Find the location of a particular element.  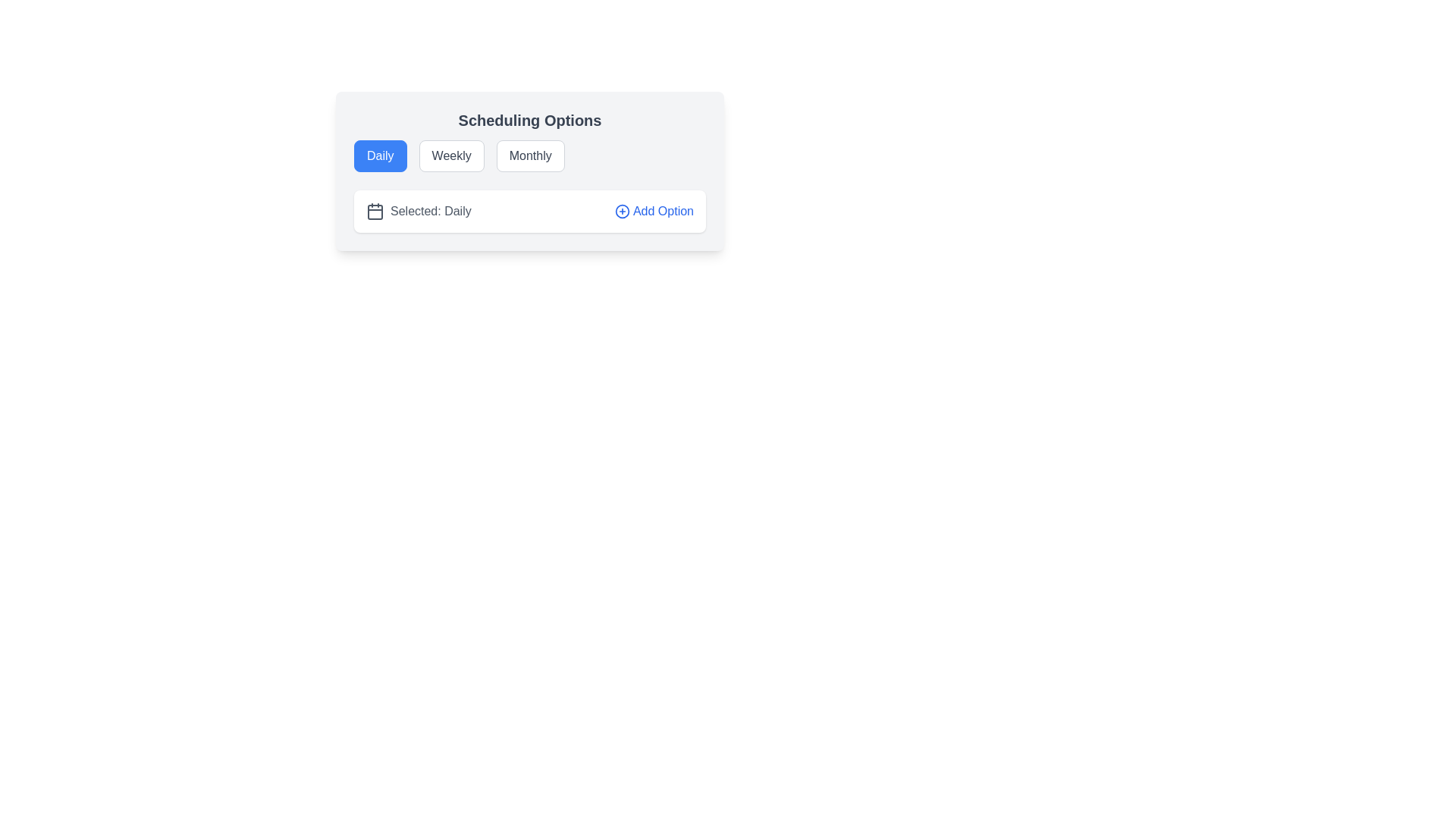

the 'Monthly' button is located at coordinates (530, 155).